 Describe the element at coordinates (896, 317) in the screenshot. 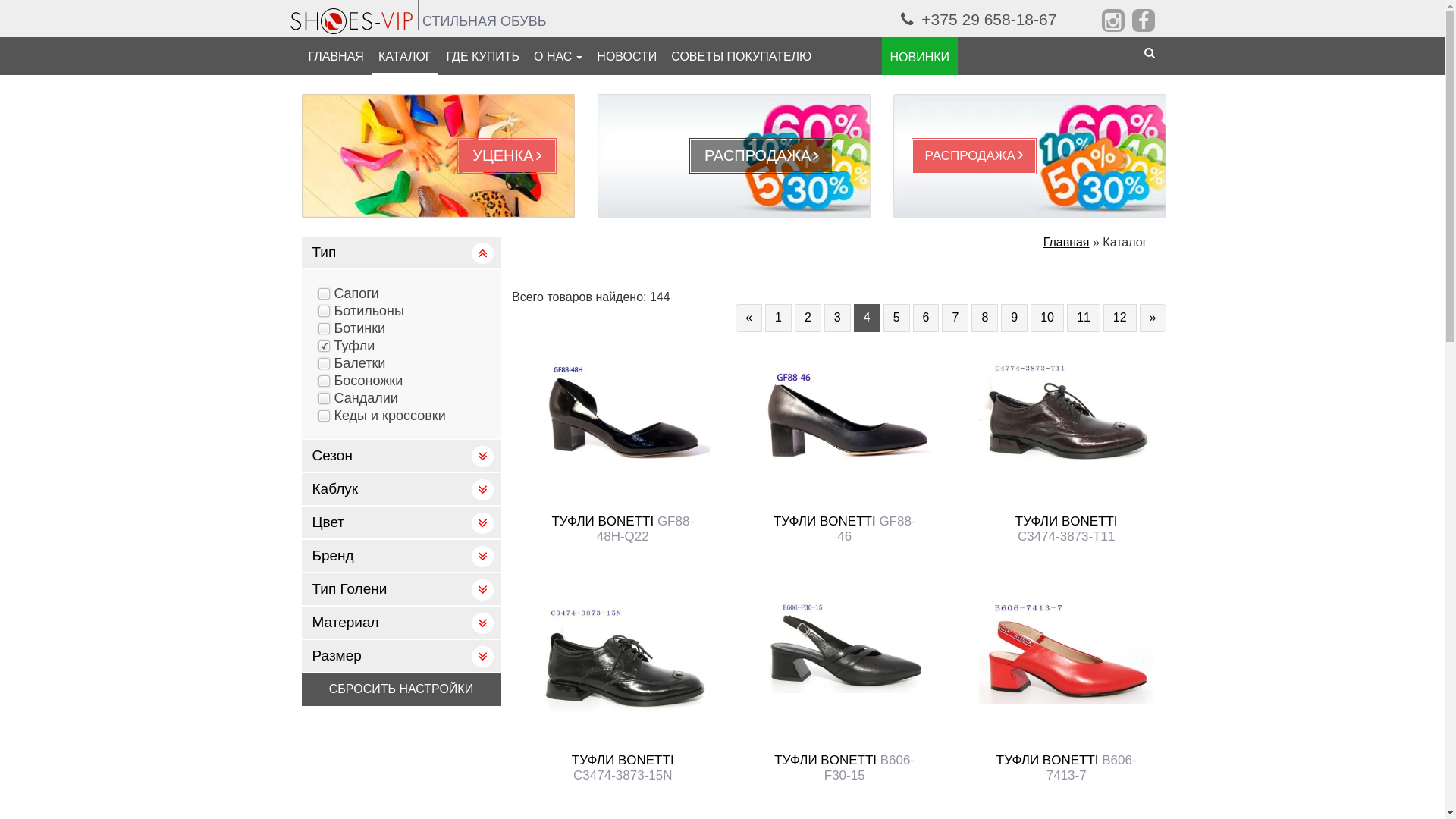

I see `'5'` at that location.